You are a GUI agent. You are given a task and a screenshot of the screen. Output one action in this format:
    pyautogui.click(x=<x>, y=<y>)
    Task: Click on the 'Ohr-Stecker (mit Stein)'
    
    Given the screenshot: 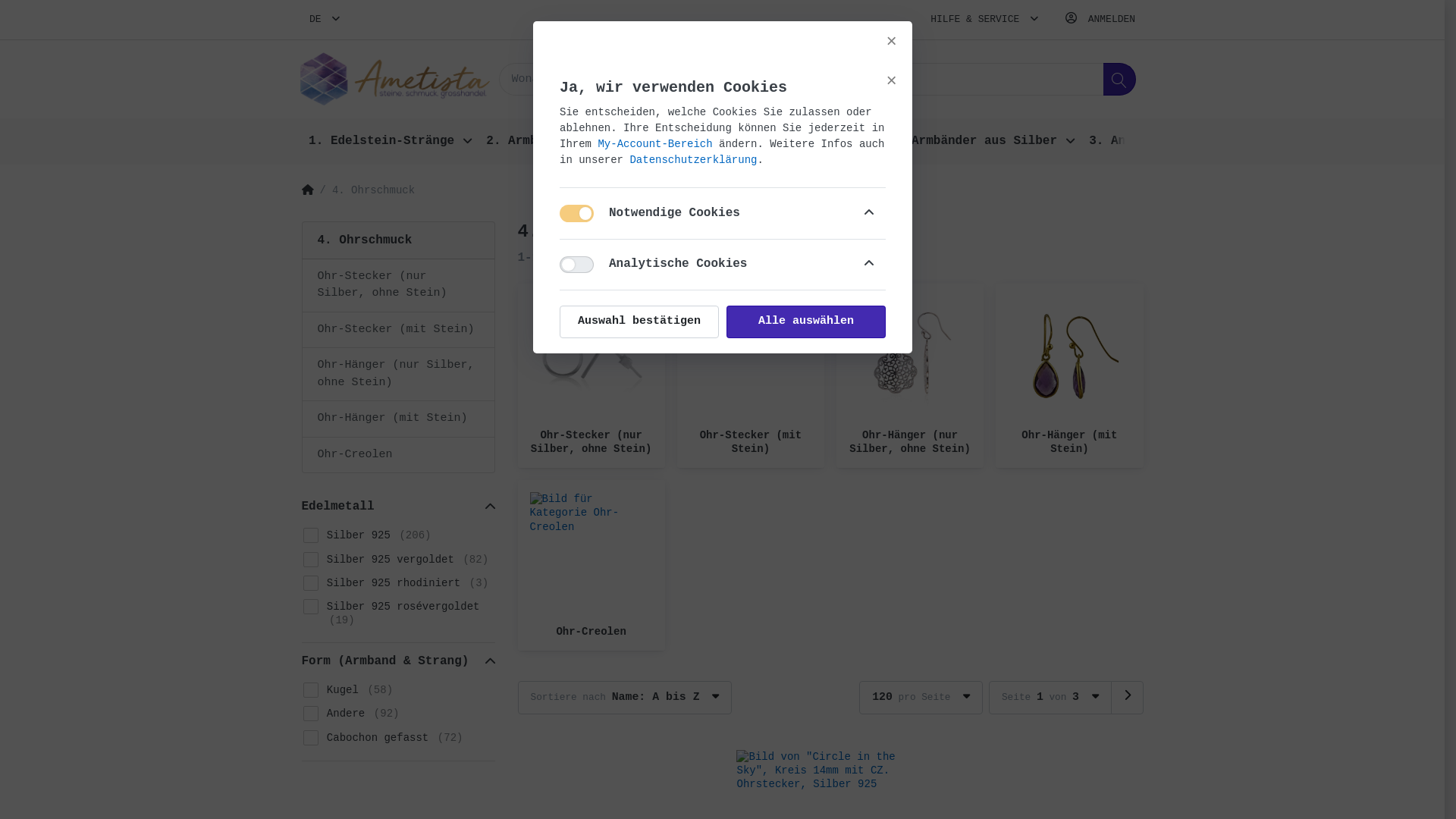 What is the action you would take?
    pyautogui.click(x=750, y=441)
    